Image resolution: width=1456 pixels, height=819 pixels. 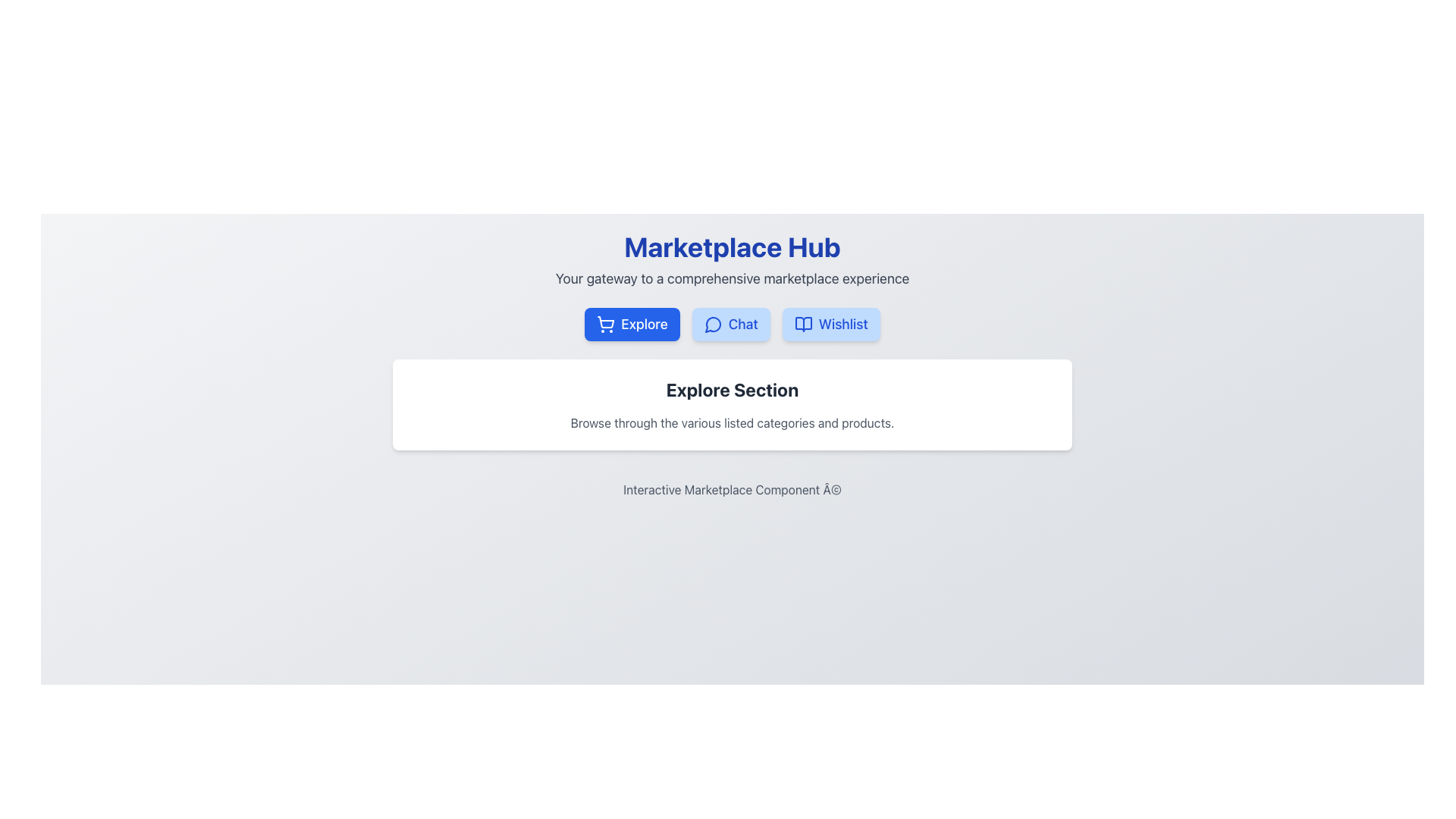 What do you see at coordinates (712, 324) in the screenshot?
I see `the 'Chat' button icon, which resembles a comment bubble, to initiate the action` at bounding box center [712, 324].